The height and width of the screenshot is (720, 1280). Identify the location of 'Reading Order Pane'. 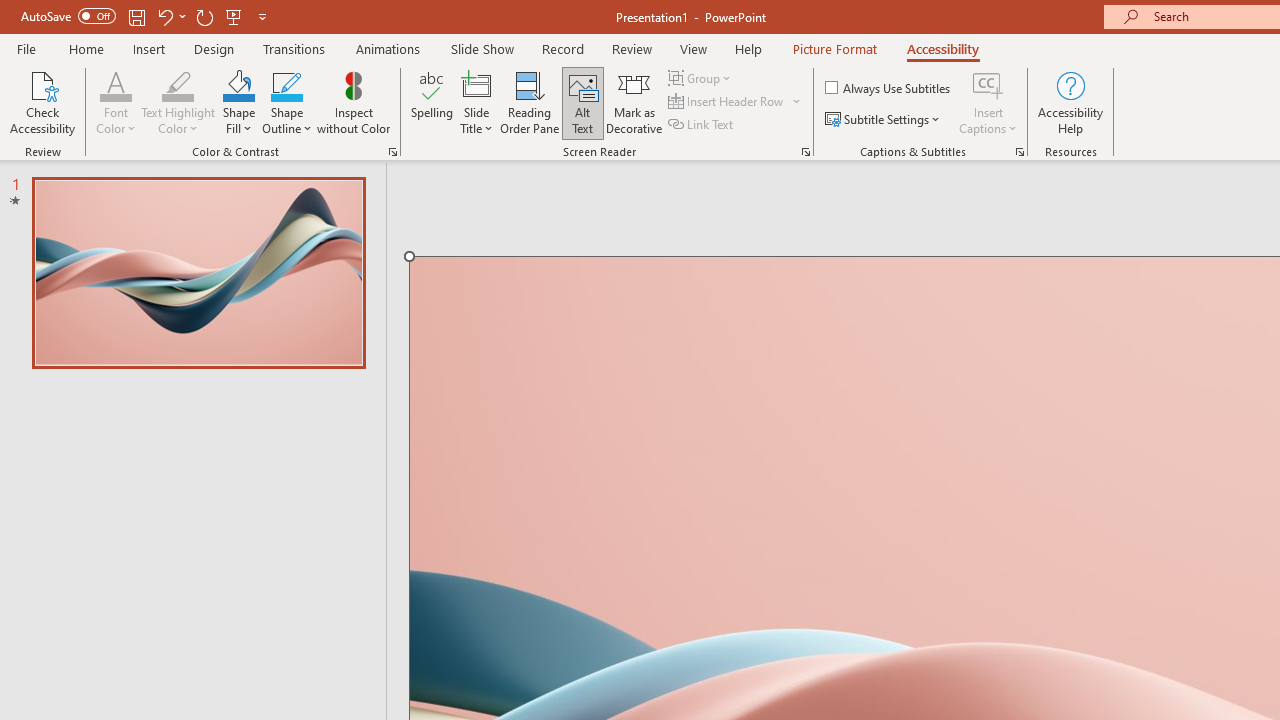
(529, 103).